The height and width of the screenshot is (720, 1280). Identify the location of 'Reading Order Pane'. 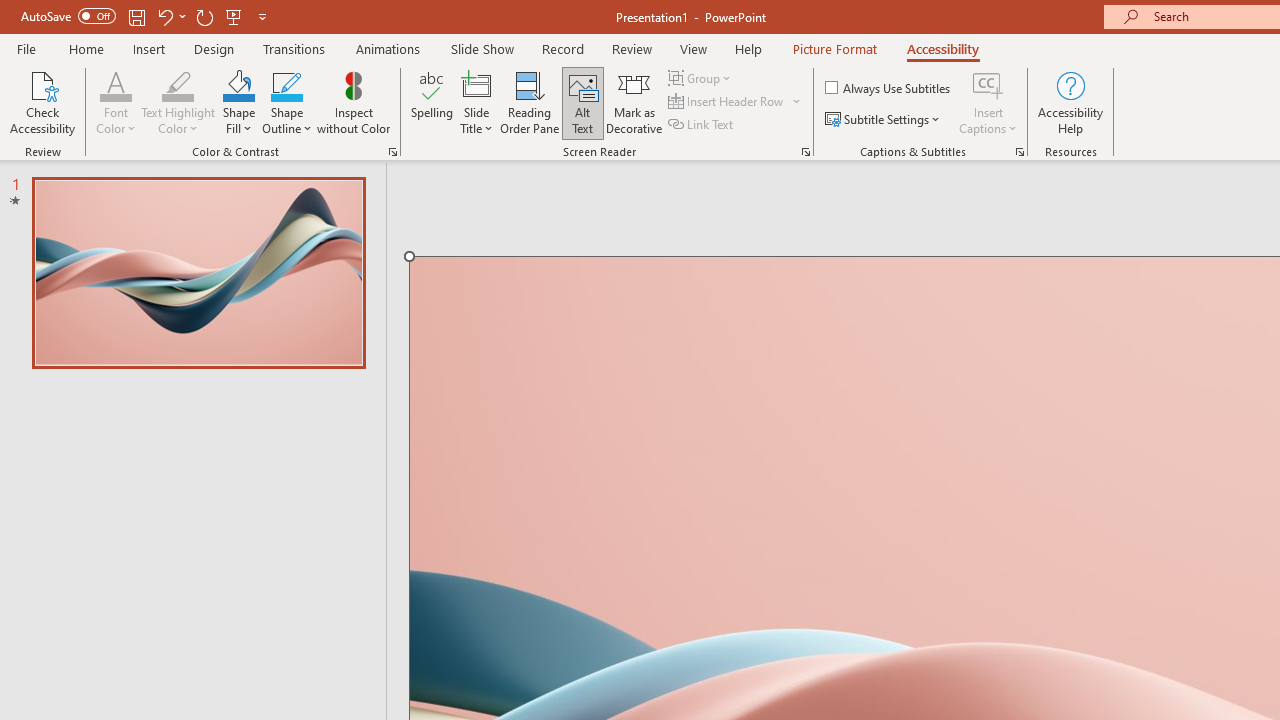
(529, 103).